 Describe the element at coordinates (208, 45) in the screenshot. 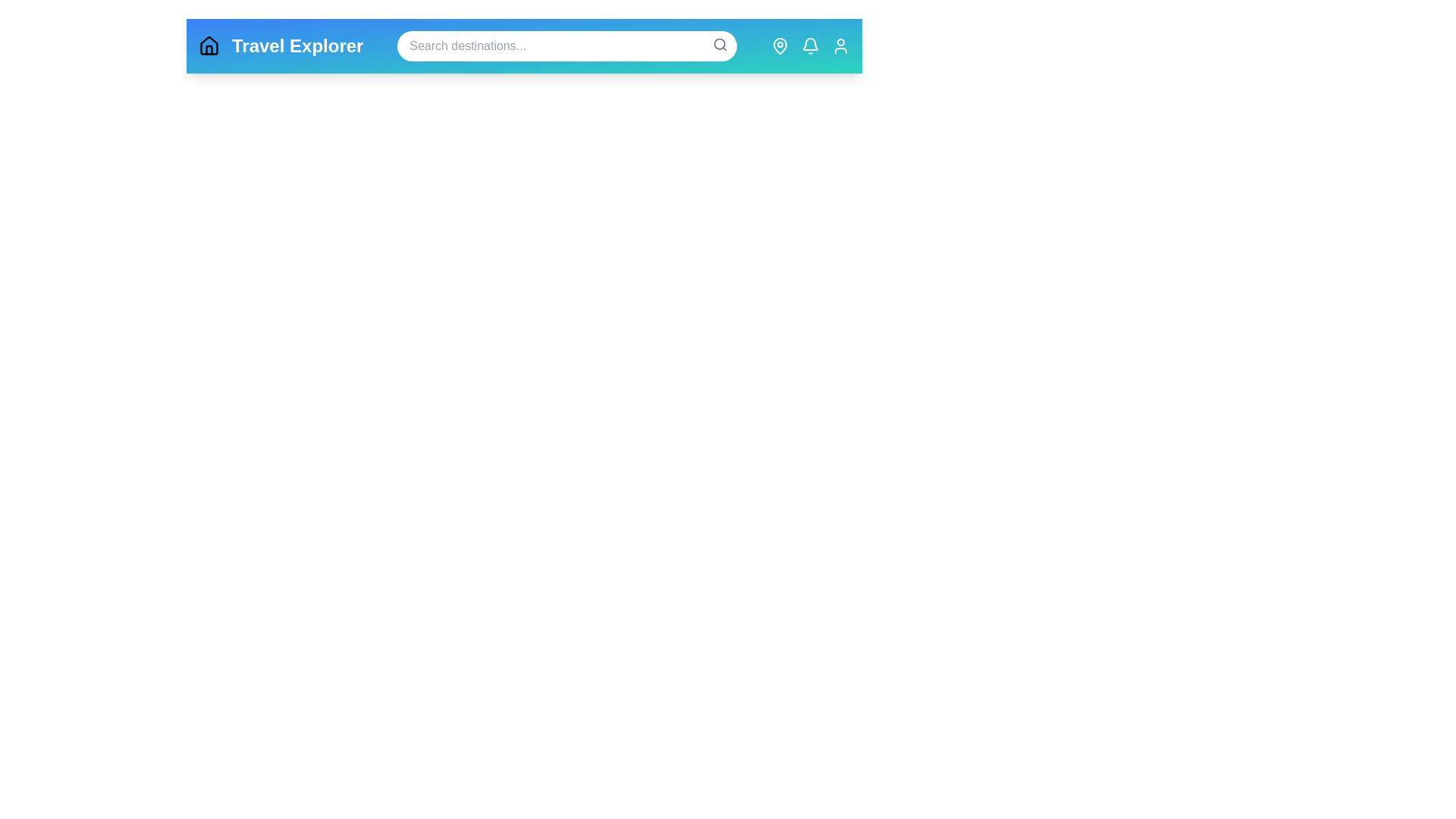

I see `the Home navigation icon` at that location.